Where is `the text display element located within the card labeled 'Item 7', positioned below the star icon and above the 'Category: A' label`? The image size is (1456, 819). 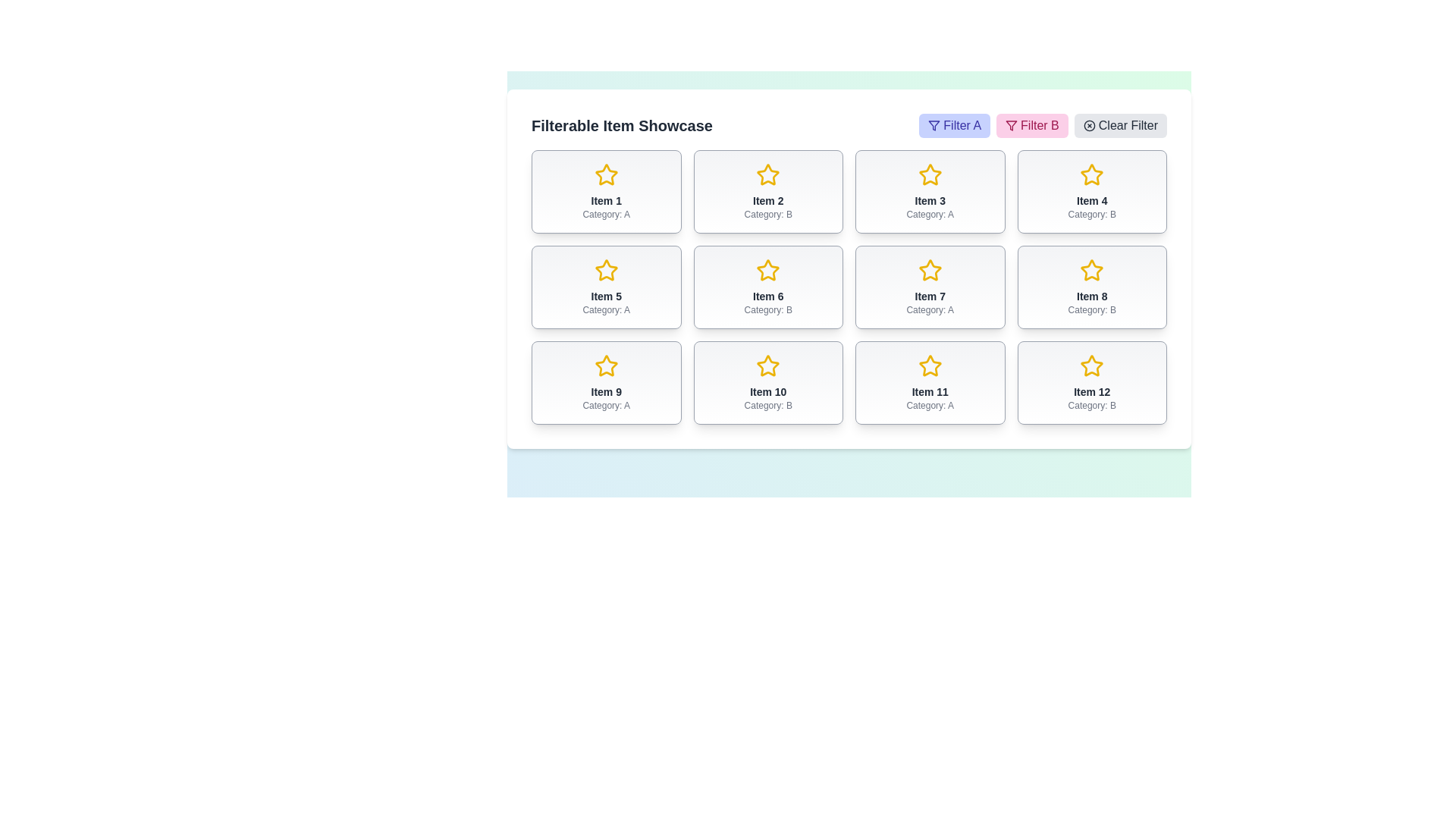 the text display element located within the card labeled 'Item 7', positioned below the star icon and above the 'Category: A' label is located at coordinates (929, 296).